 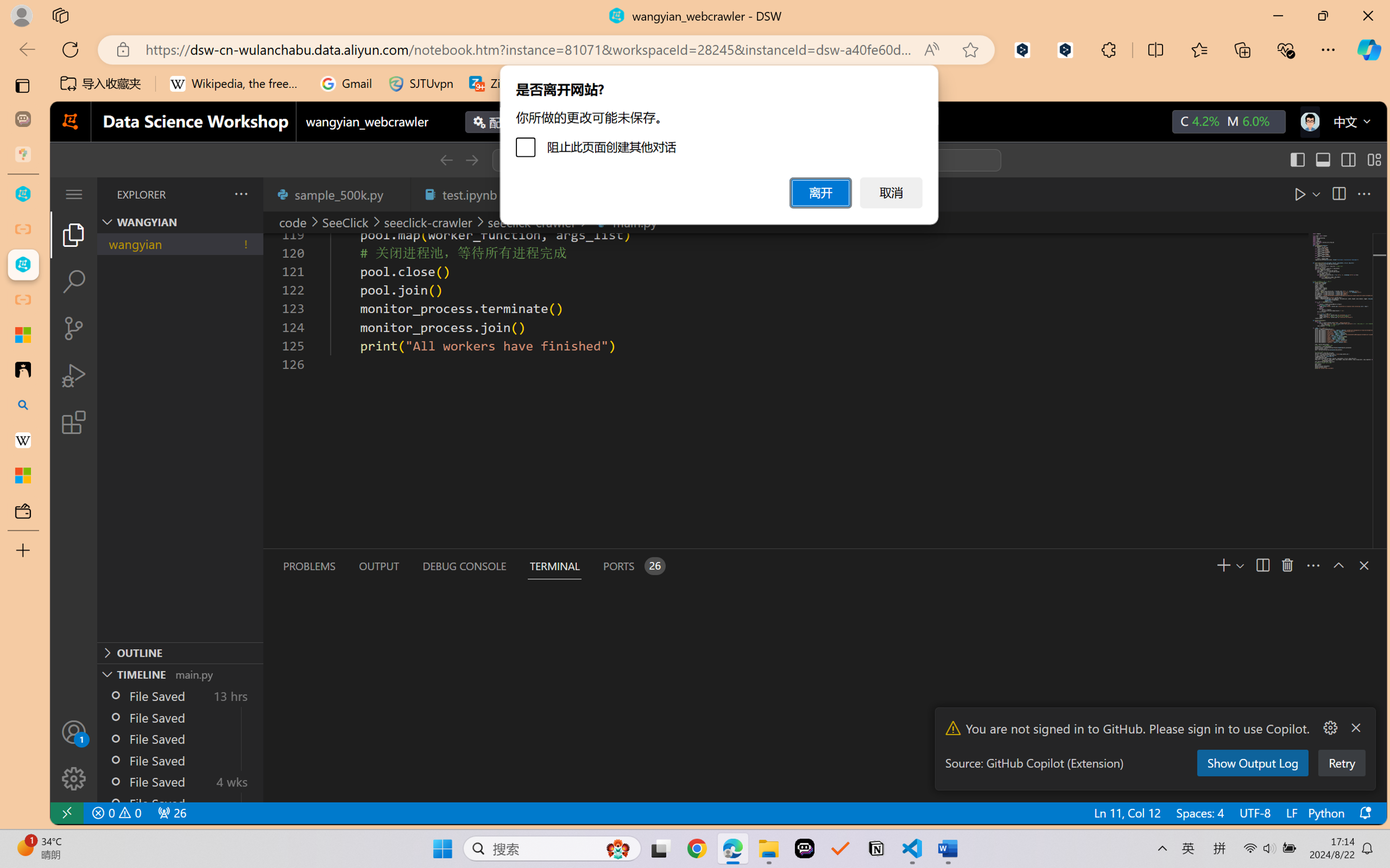 What do you see at coordinates (73, 375) in the screenshot?
I see `'Run and Debug (Ctrl+Shift+D)'` at bounding box center [73, 375].